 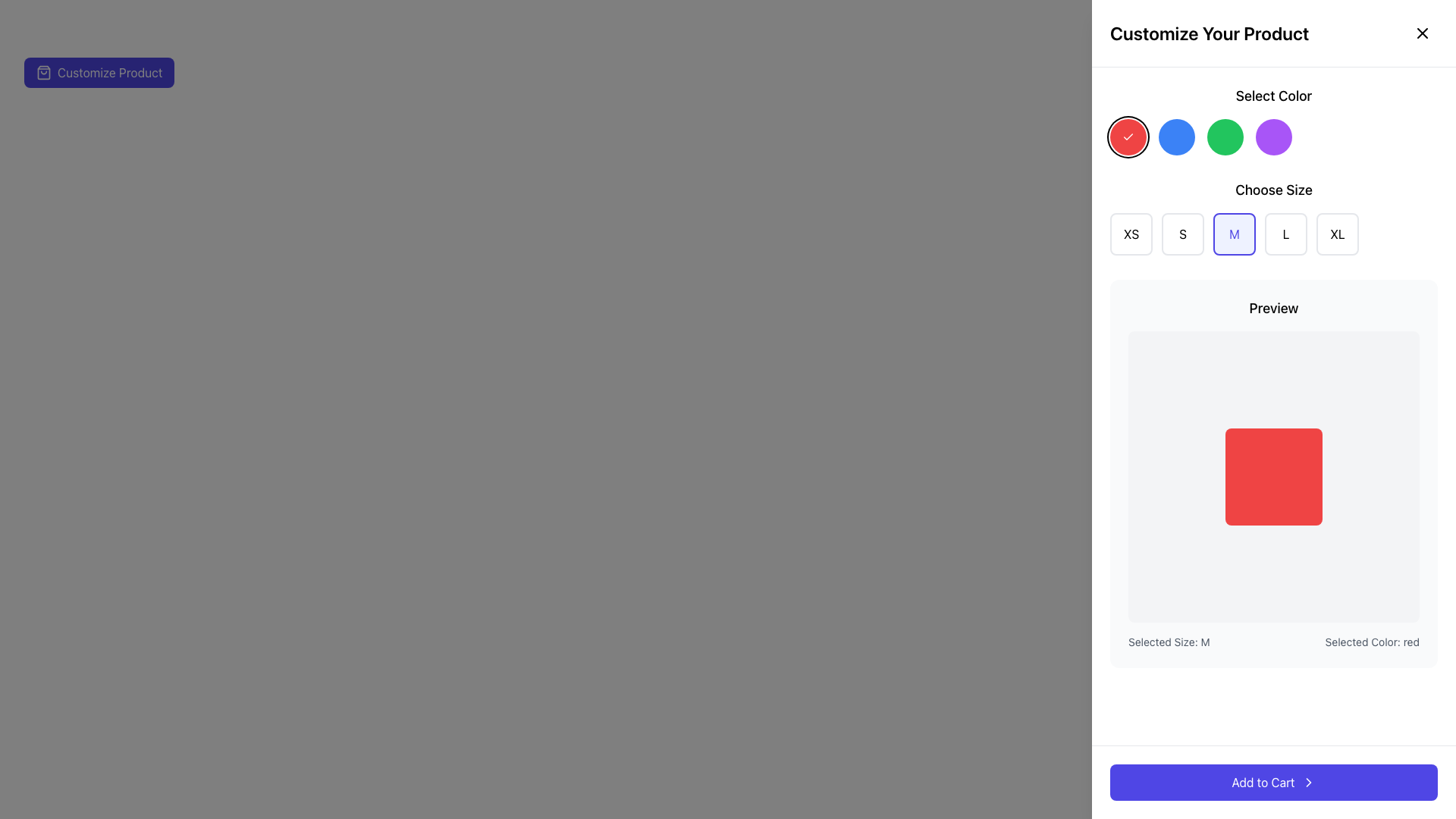 What do you see at coordinates (1422, 33) in the screenshot?
I see `the close button located at the top-right corner of the 'Customize Your Product' section` at bounding box center [1422, 33].